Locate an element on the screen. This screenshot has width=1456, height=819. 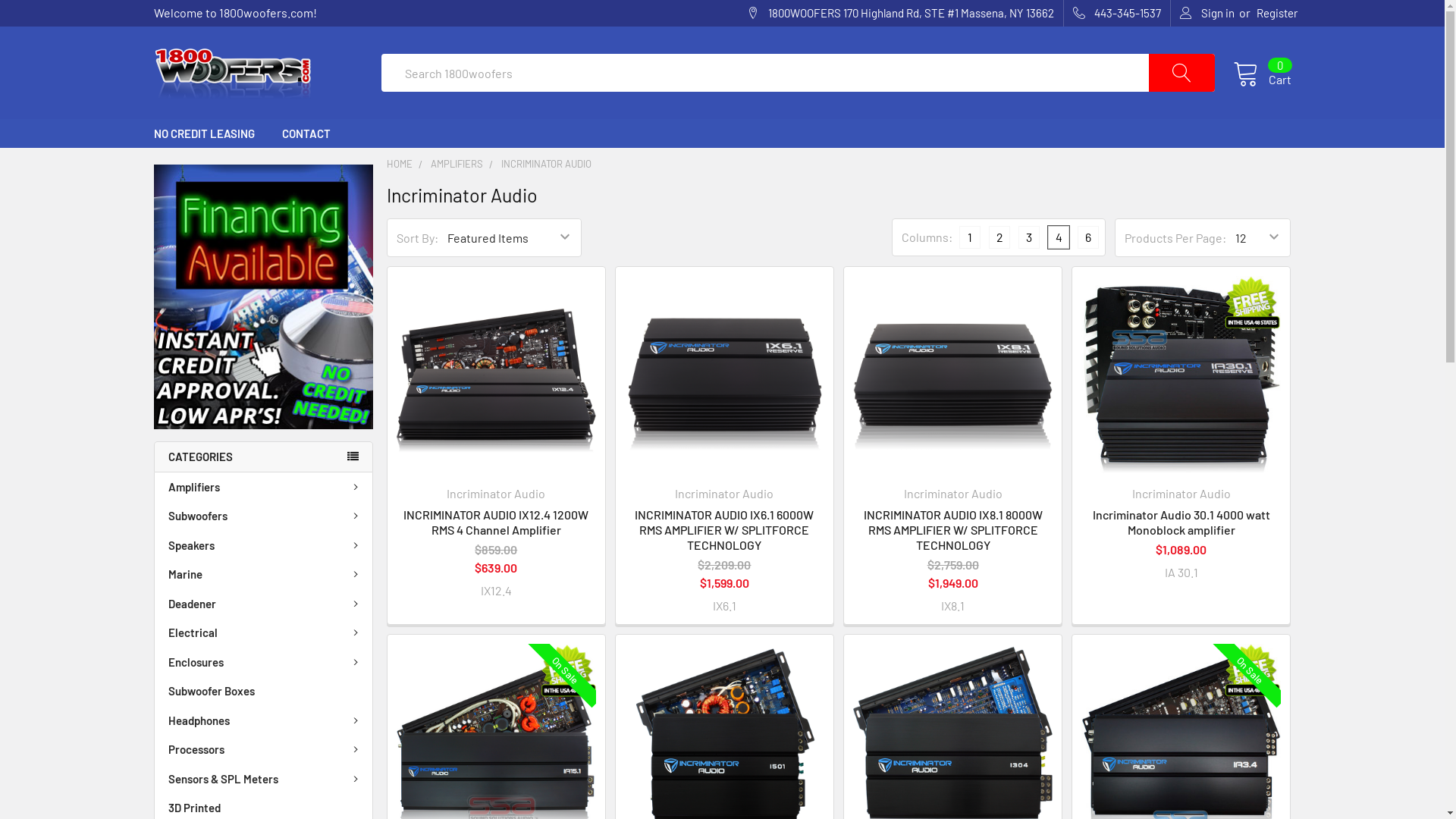
'Amplifiers' is located at coordinates (154, 487).